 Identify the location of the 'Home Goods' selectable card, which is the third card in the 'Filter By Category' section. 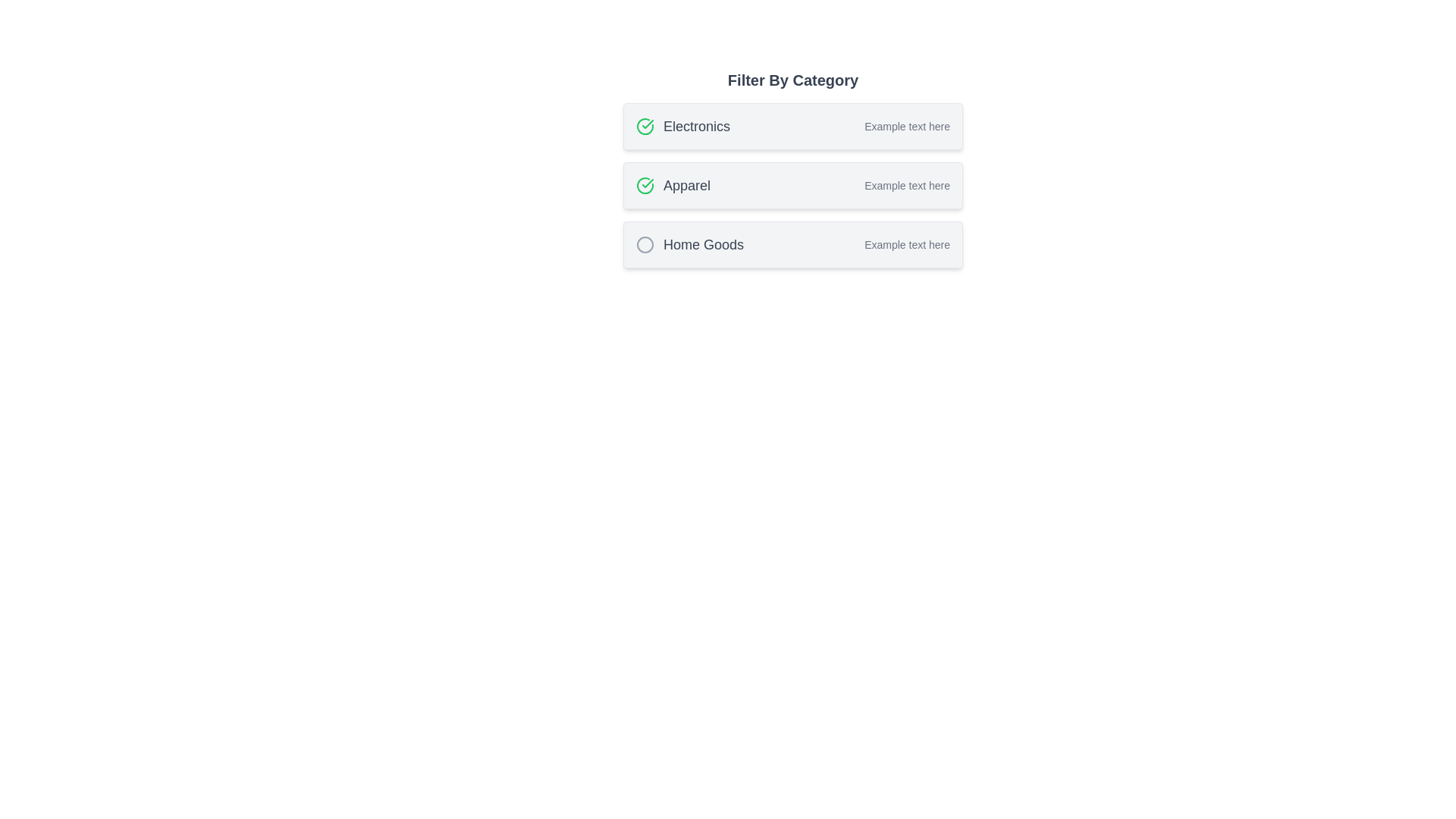
(792, 244).